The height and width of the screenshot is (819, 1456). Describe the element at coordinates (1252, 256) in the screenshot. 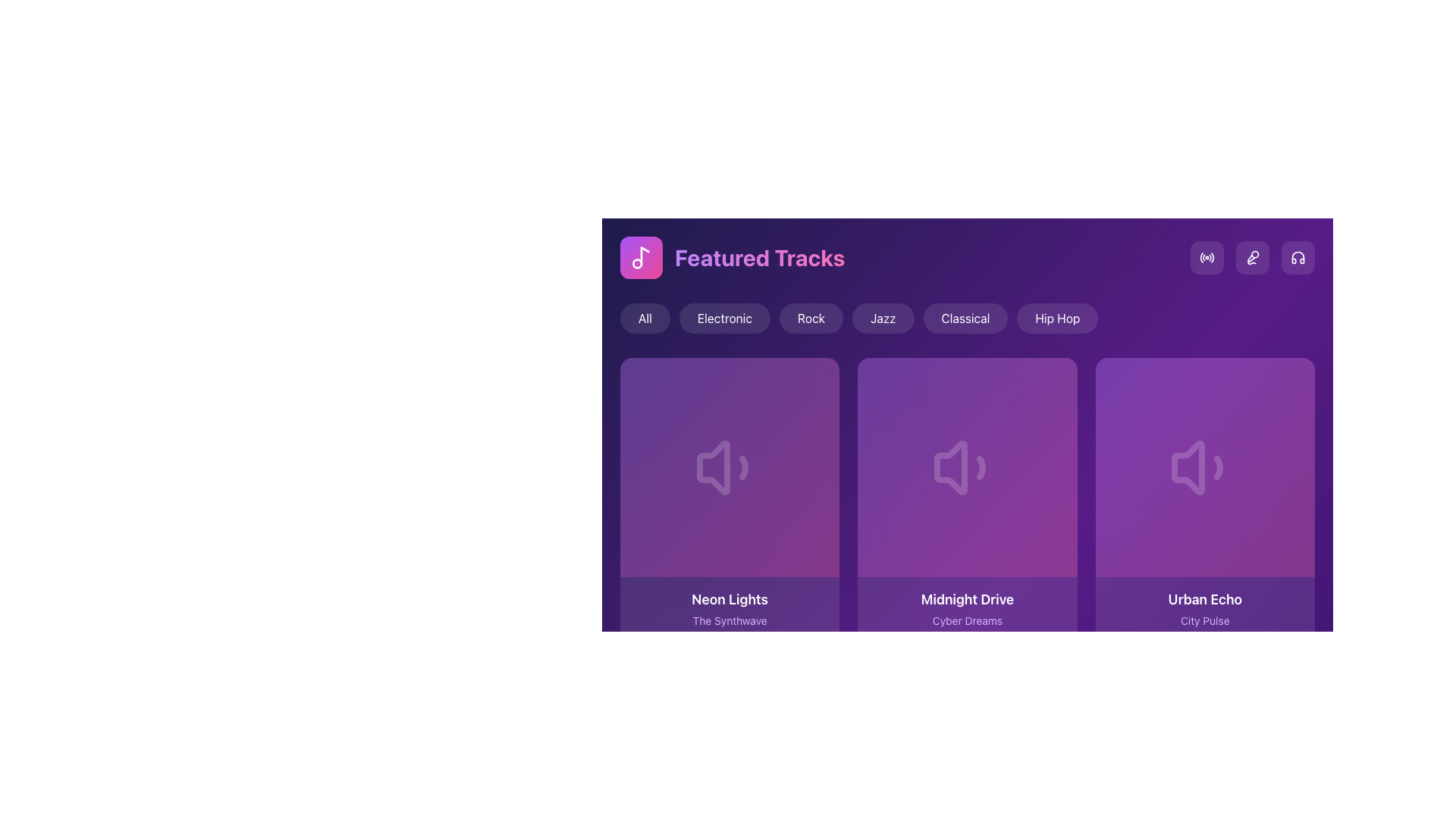

I see `the central microphone button located in the top-right corner of the user interface` at that location.